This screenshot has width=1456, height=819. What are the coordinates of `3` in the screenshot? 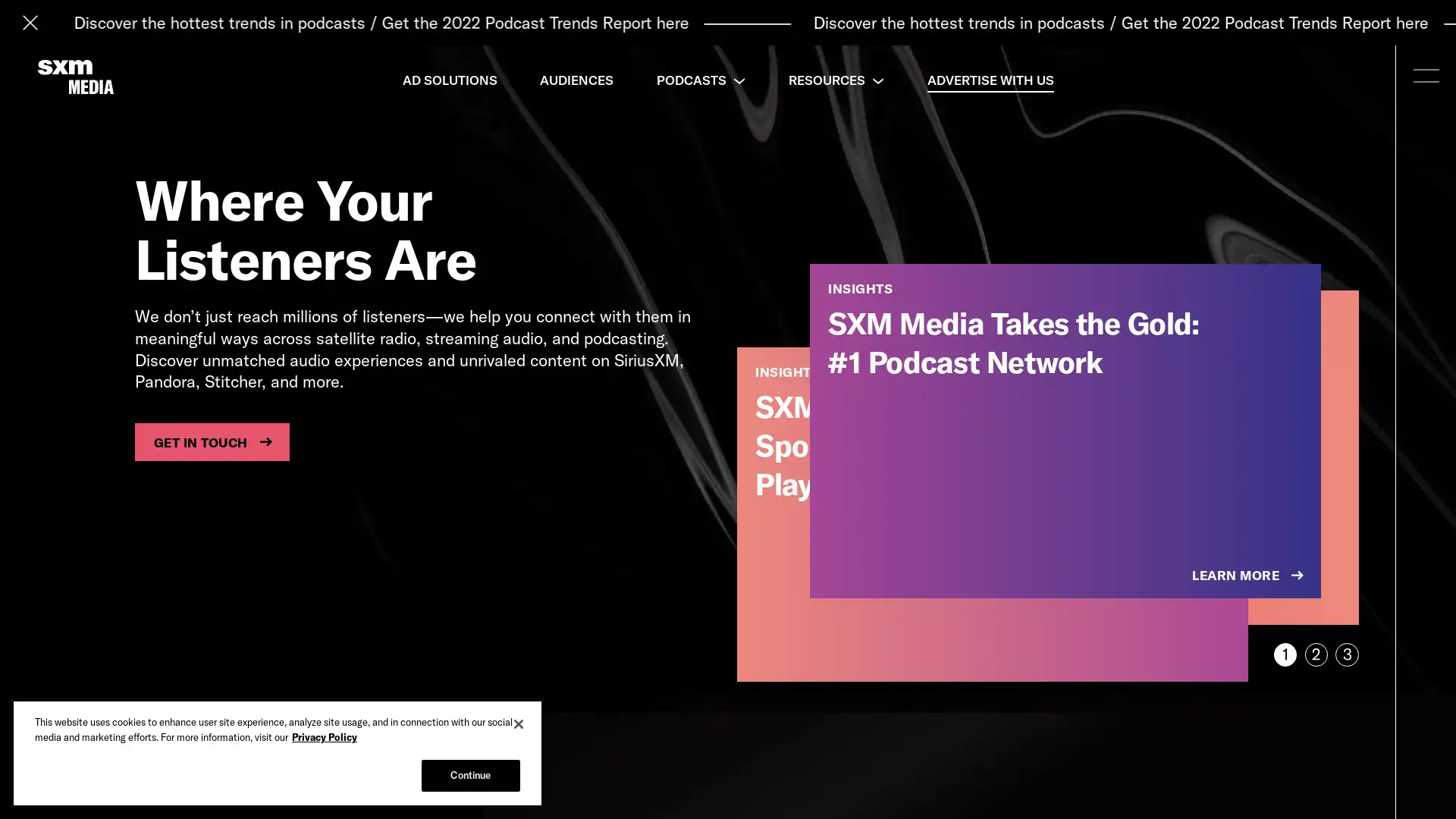 It's located at (1347, 654).